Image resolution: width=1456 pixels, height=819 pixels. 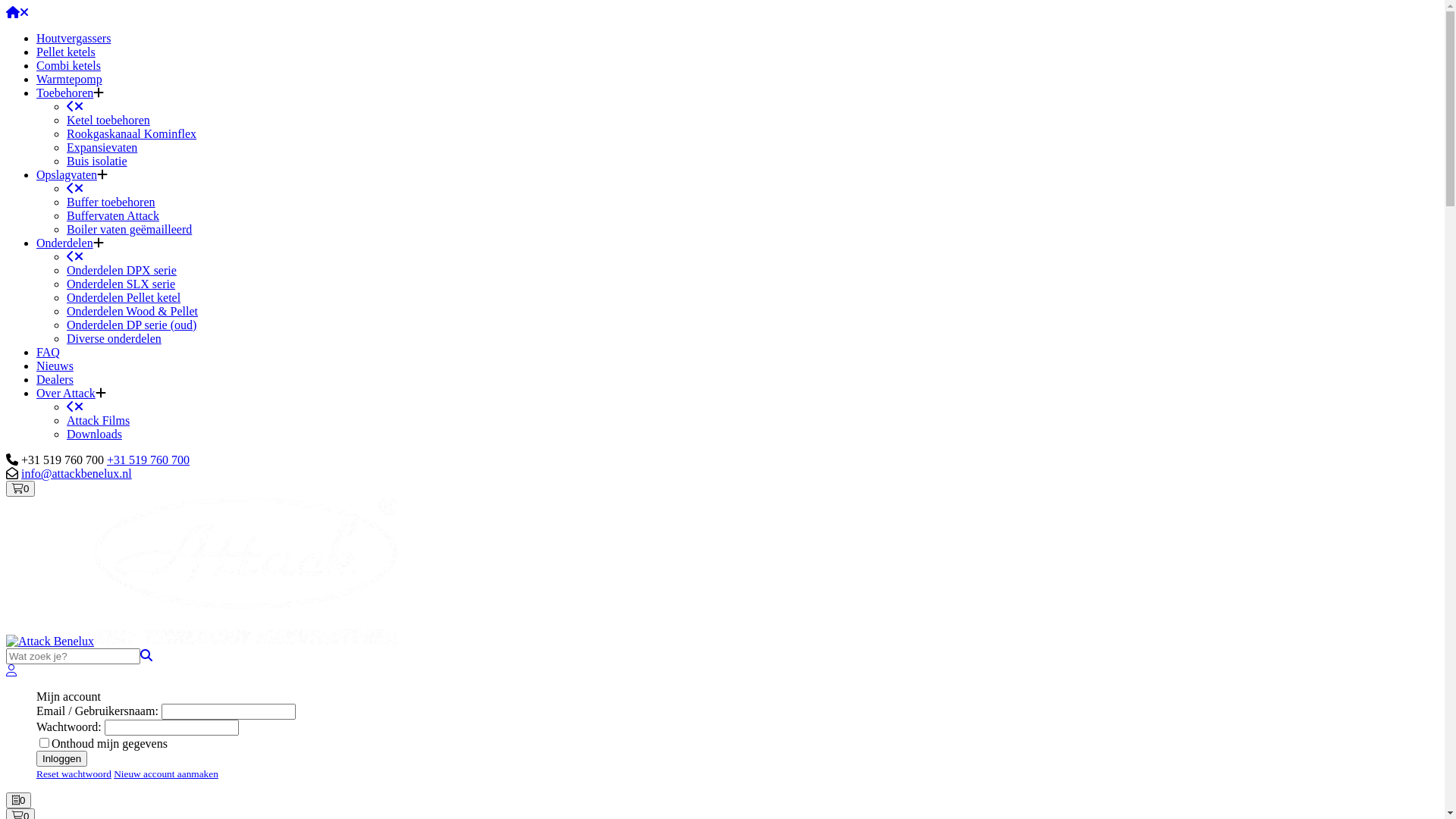 I want to click on 'Onderdelen', so click(x=64, y=242).